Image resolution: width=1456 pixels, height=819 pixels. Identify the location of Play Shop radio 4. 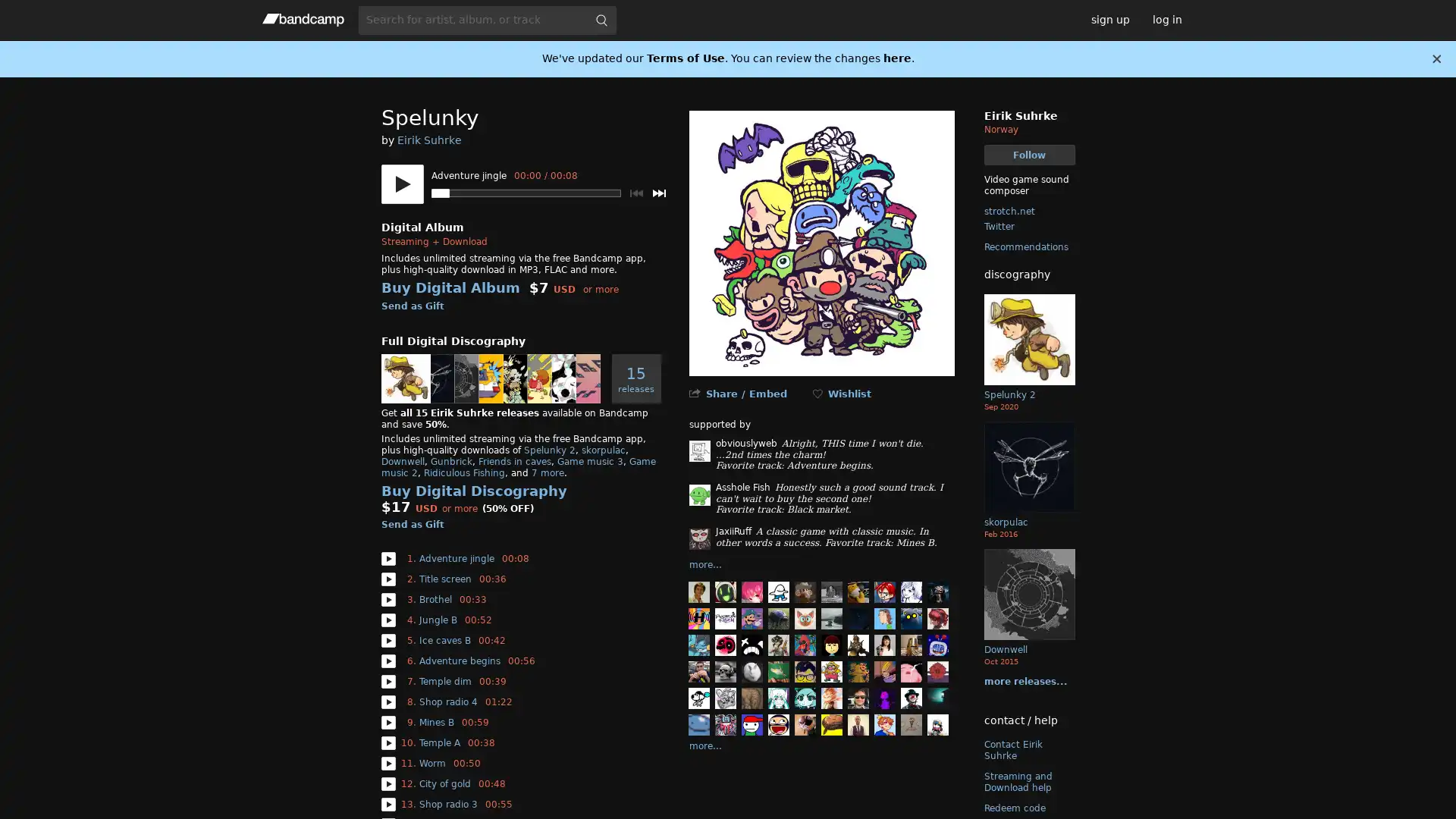
(388, 701).